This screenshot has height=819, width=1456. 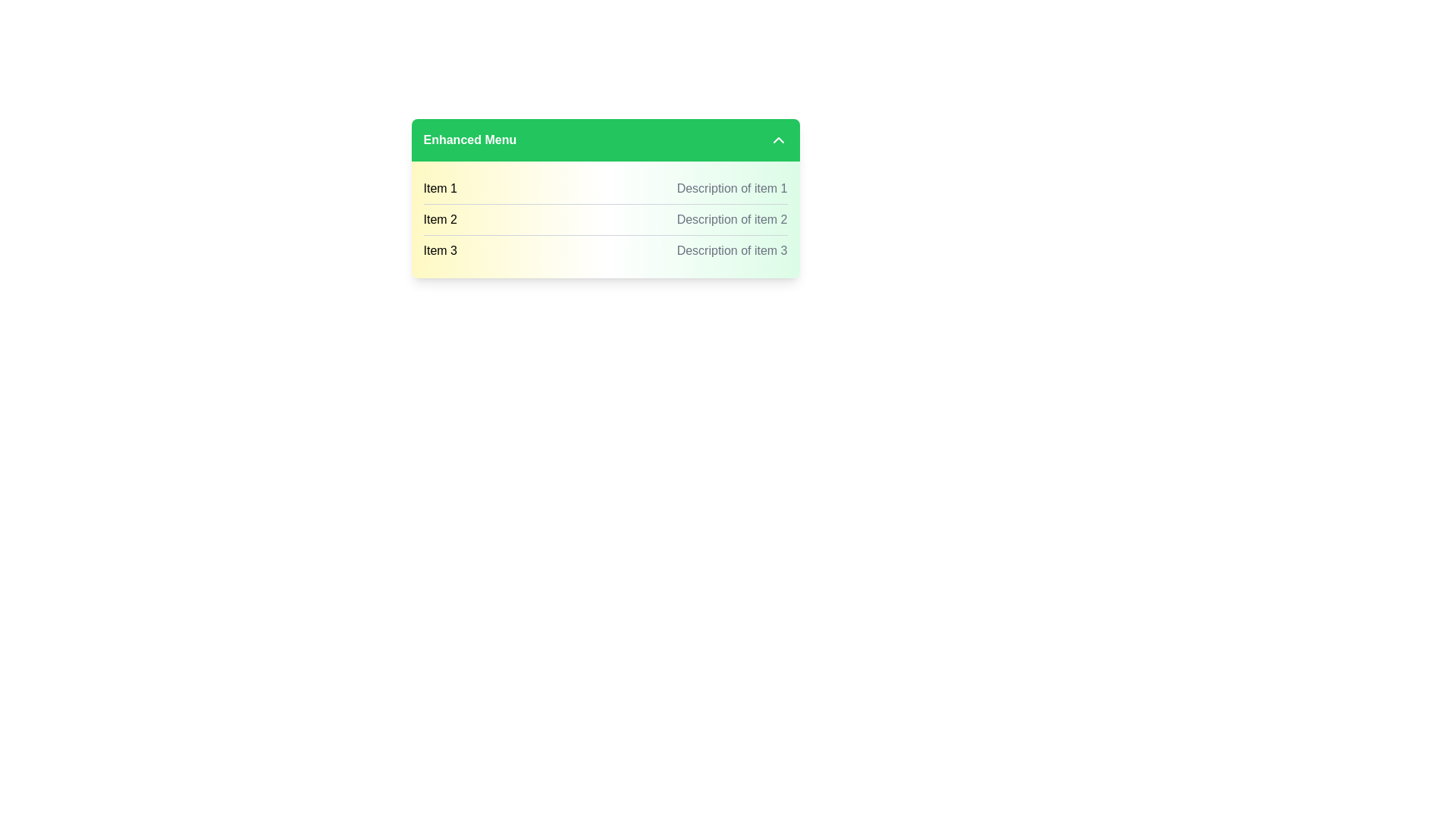 I want to click on the section of the UI that the 'Enhanced Menu' label belongs to, which is located, so click(x=469, y=140).